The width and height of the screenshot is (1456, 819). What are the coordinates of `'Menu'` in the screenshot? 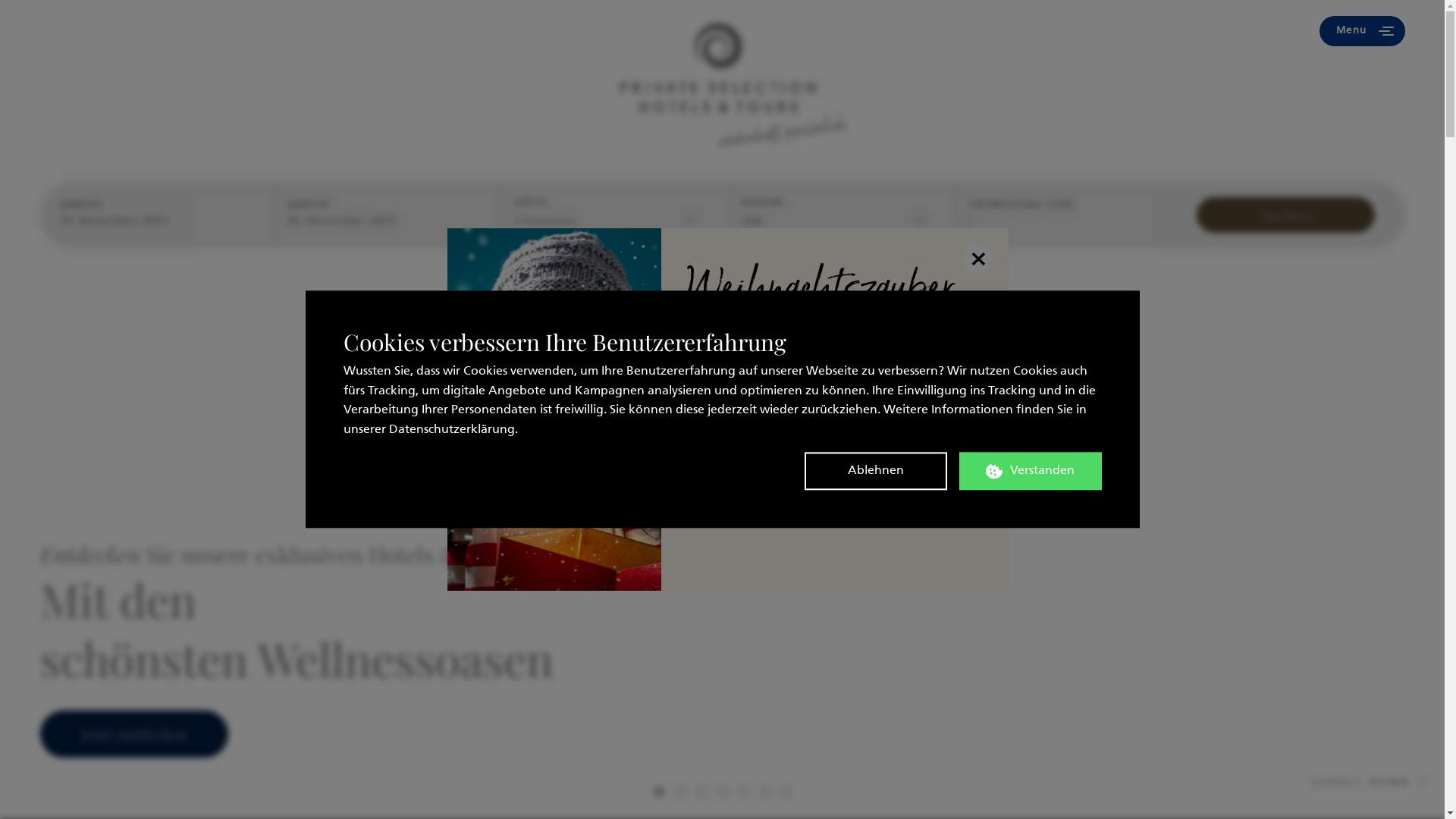 It's located at (1318, 31).